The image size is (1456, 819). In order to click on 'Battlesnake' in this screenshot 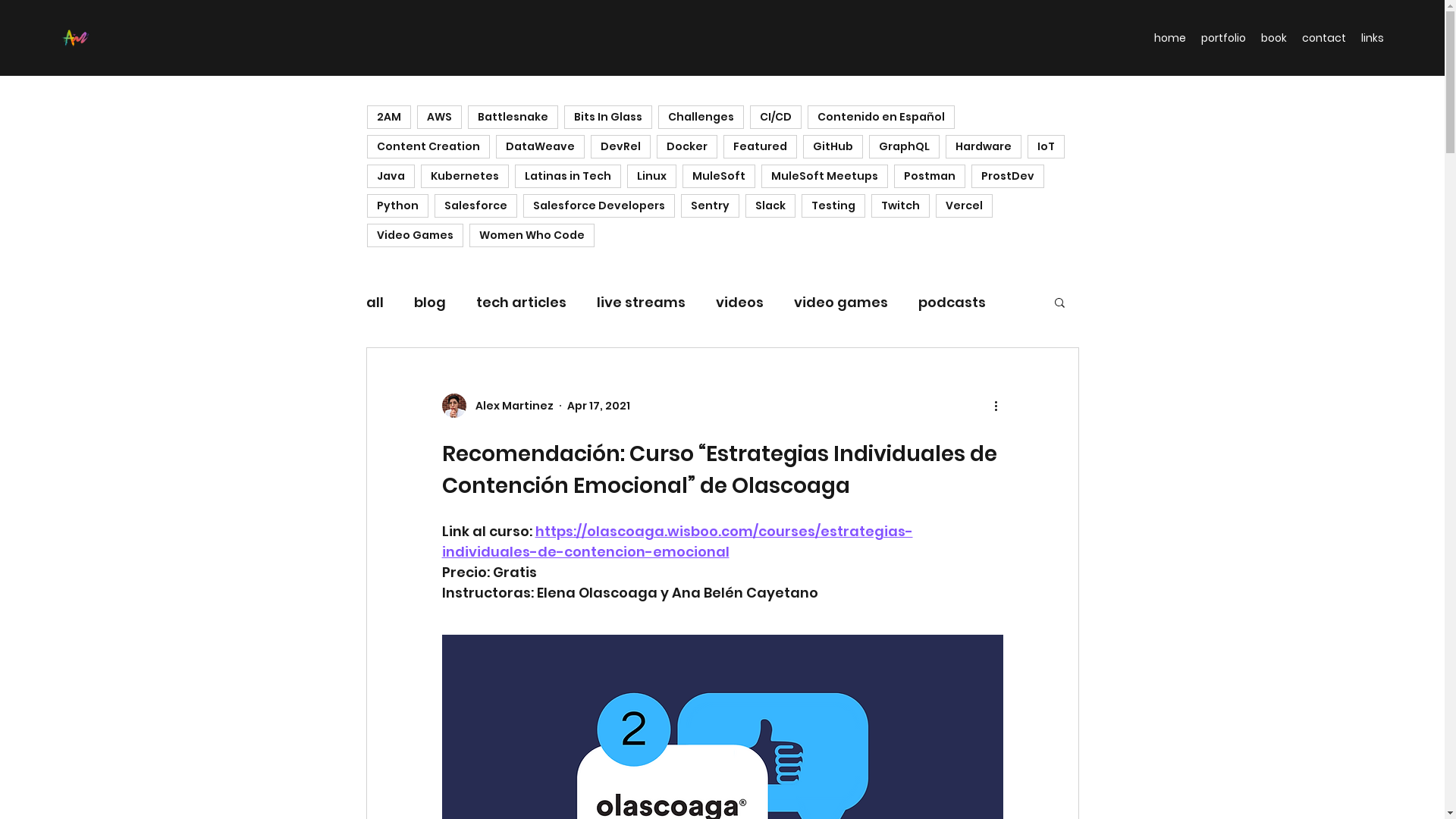, I will do `click(466, 116)`.